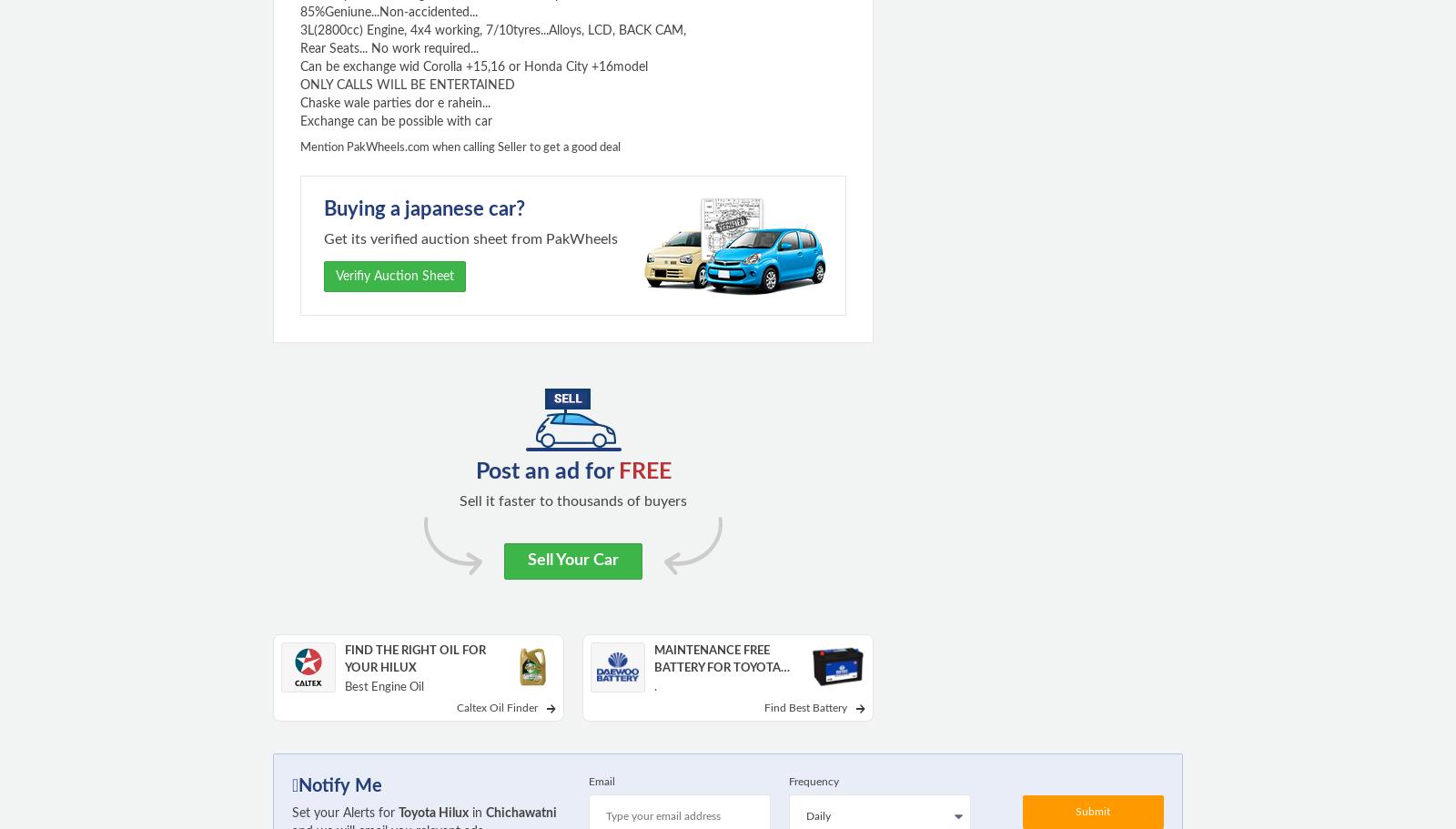 This screenshot has width=1456, height=829. Describe the element at coordinates (572, 500) in the screenshot. I see `'Sell it faster to thousands of buyers'` at that location.